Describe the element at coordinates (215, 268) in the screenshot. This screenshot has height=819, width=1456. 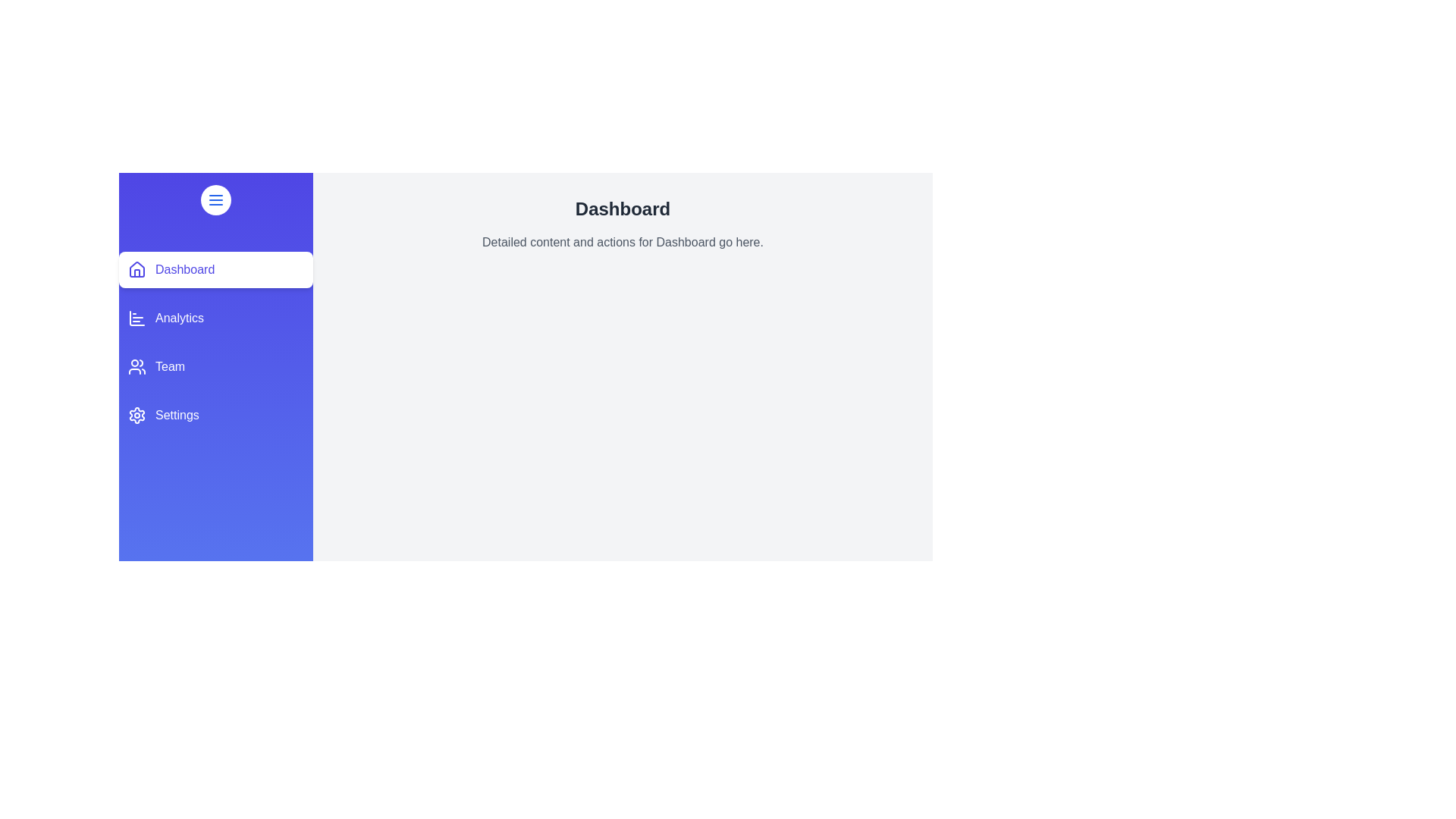
I see `the menu item Dashboard to observe visual feedback` at that location.